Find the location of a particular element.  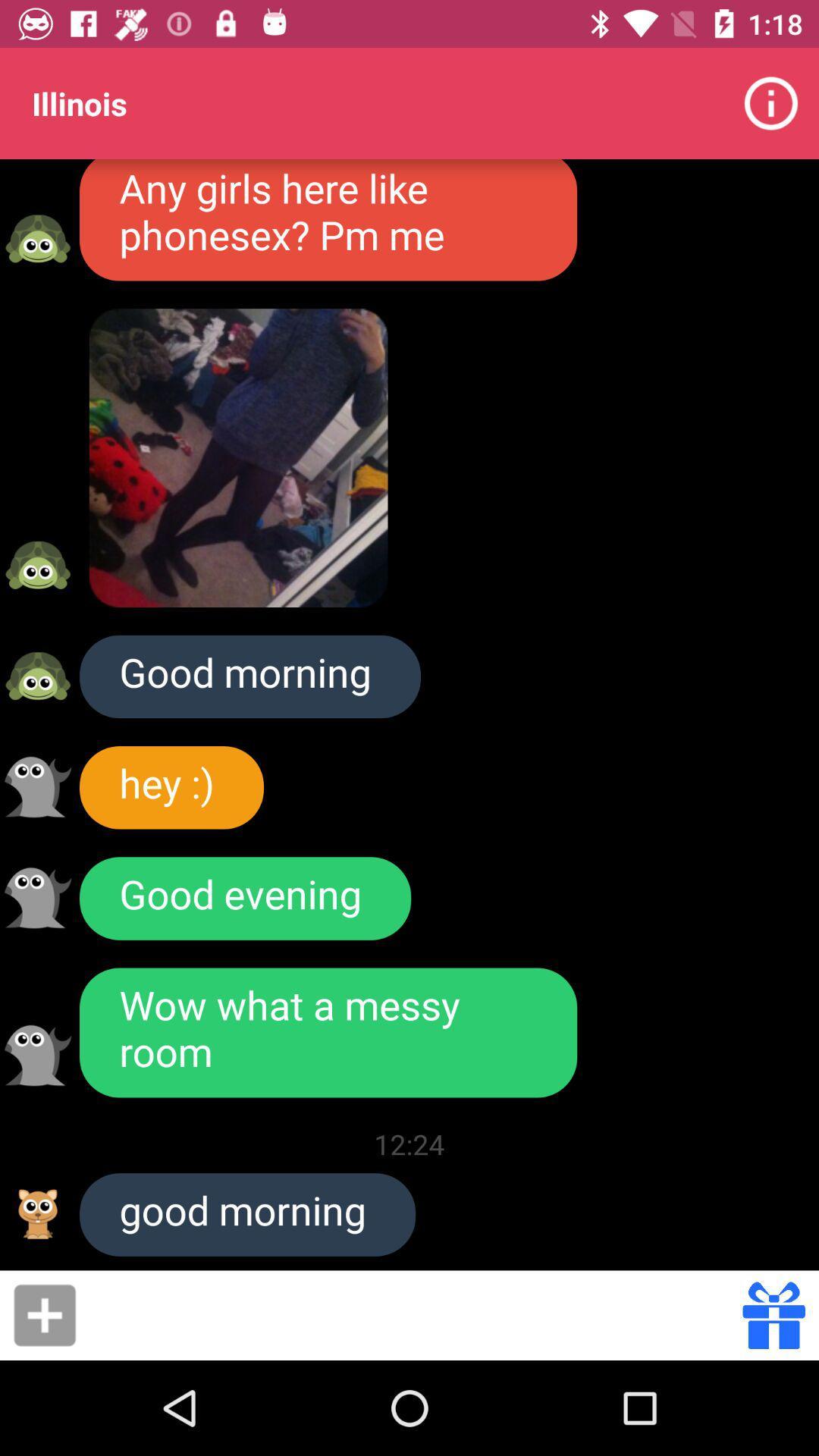

item above wow what a icon is located at coordinates (244, 899).